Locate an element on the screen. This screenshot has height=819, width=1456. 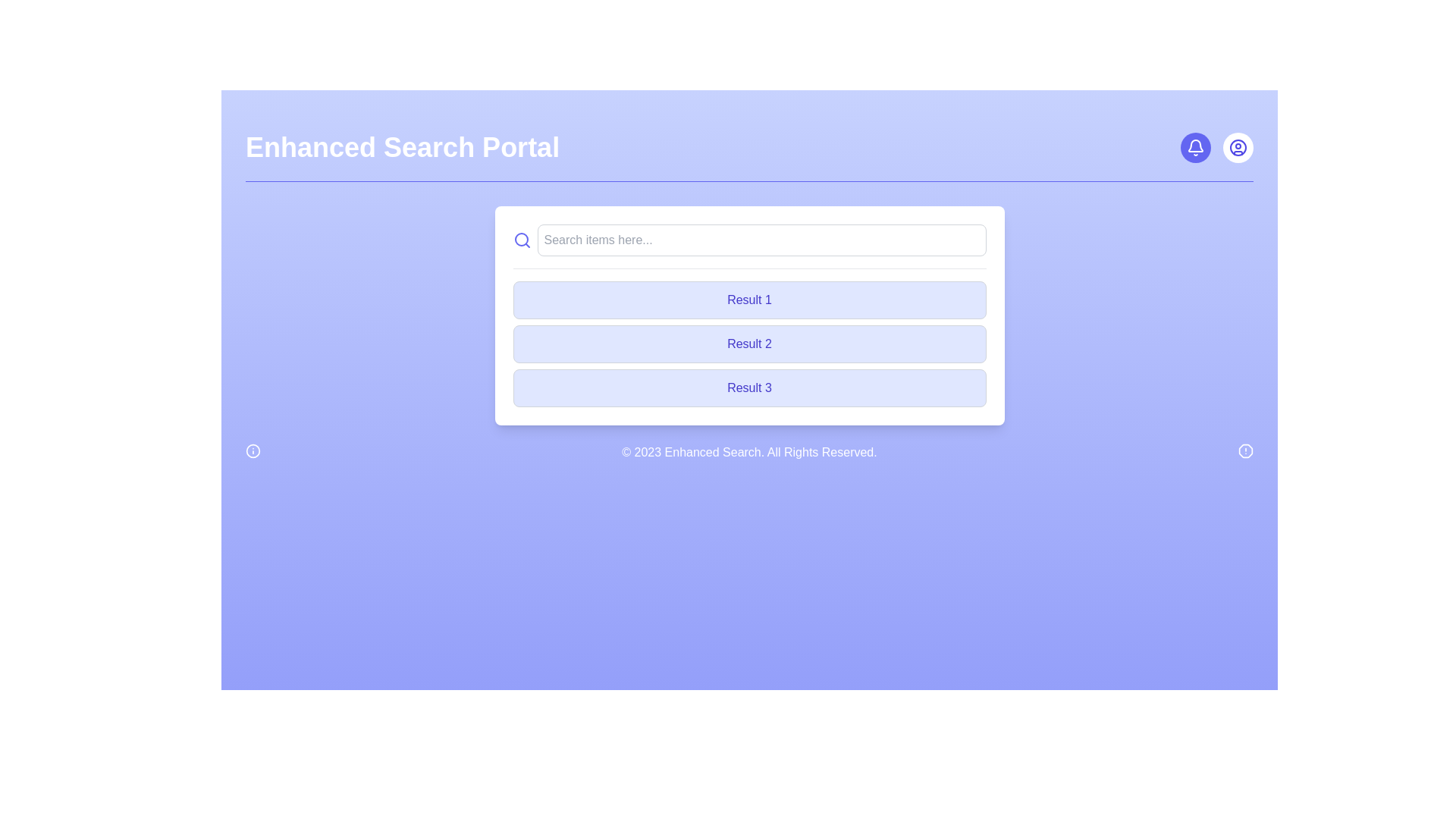
the button labeled 'Result 1' with indigo text on a light indigo background to initiate an action associated with this result is located at coordinates (749, 300).